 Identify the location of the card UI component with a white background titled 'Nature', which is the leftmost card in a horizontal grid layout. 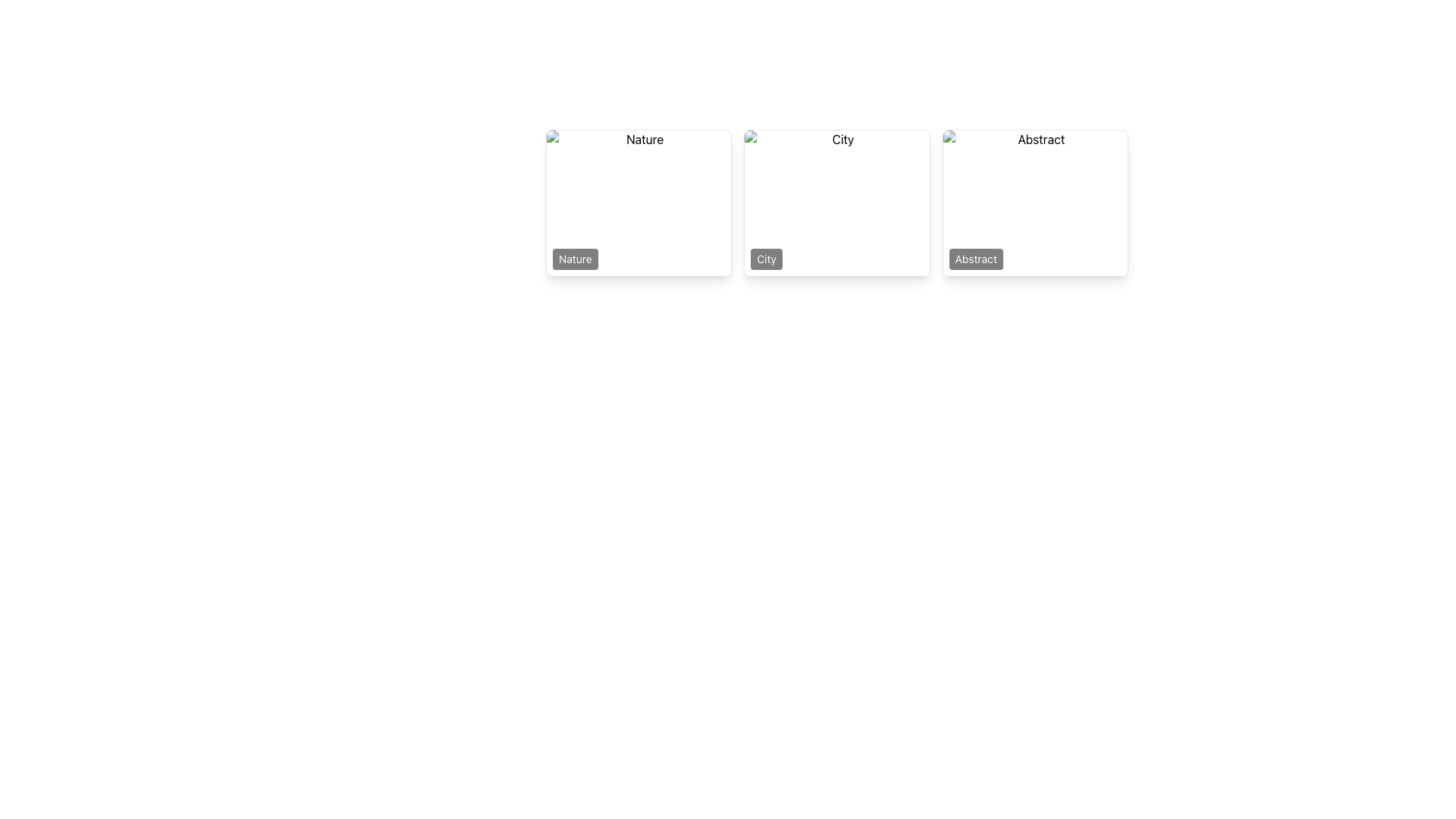
(639, 202).